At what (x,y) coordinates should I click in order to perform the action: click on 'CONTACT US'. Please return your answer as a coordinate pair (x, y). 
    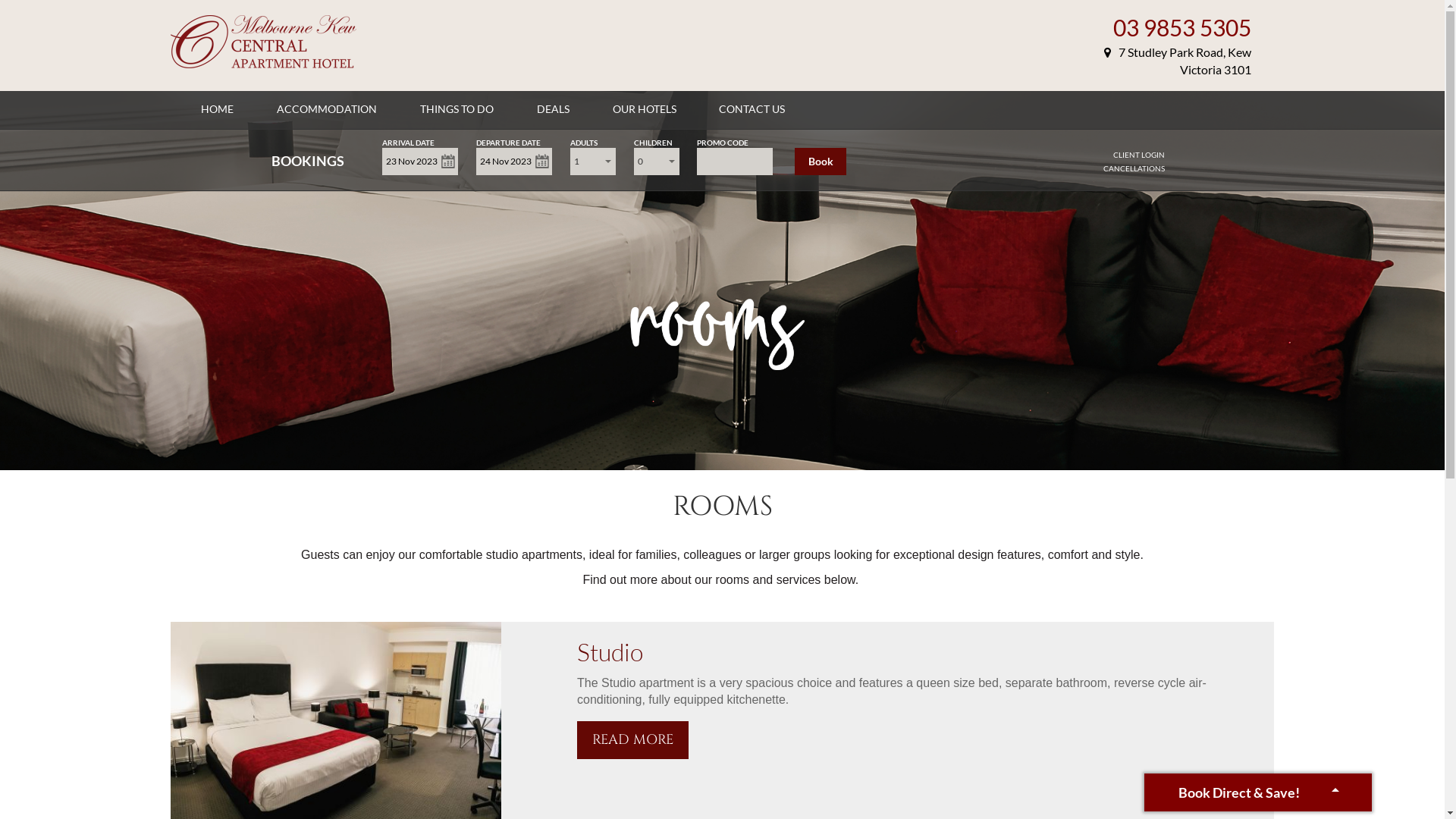
    Looking at the image, I should click on (752, 108).